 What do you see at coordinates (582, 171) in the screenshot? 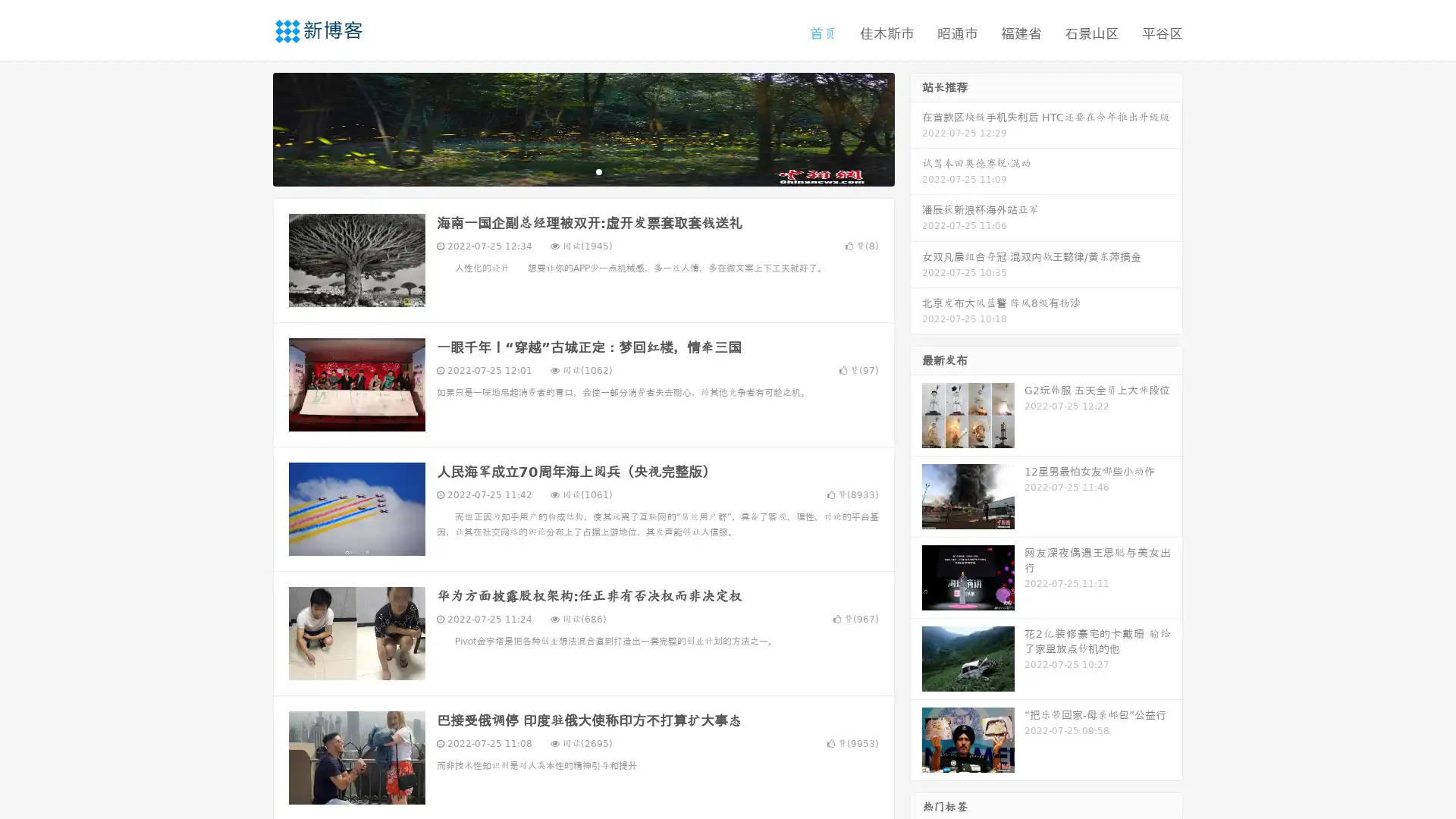
I see `Go to slide 2` at bounding box center [582, 171].